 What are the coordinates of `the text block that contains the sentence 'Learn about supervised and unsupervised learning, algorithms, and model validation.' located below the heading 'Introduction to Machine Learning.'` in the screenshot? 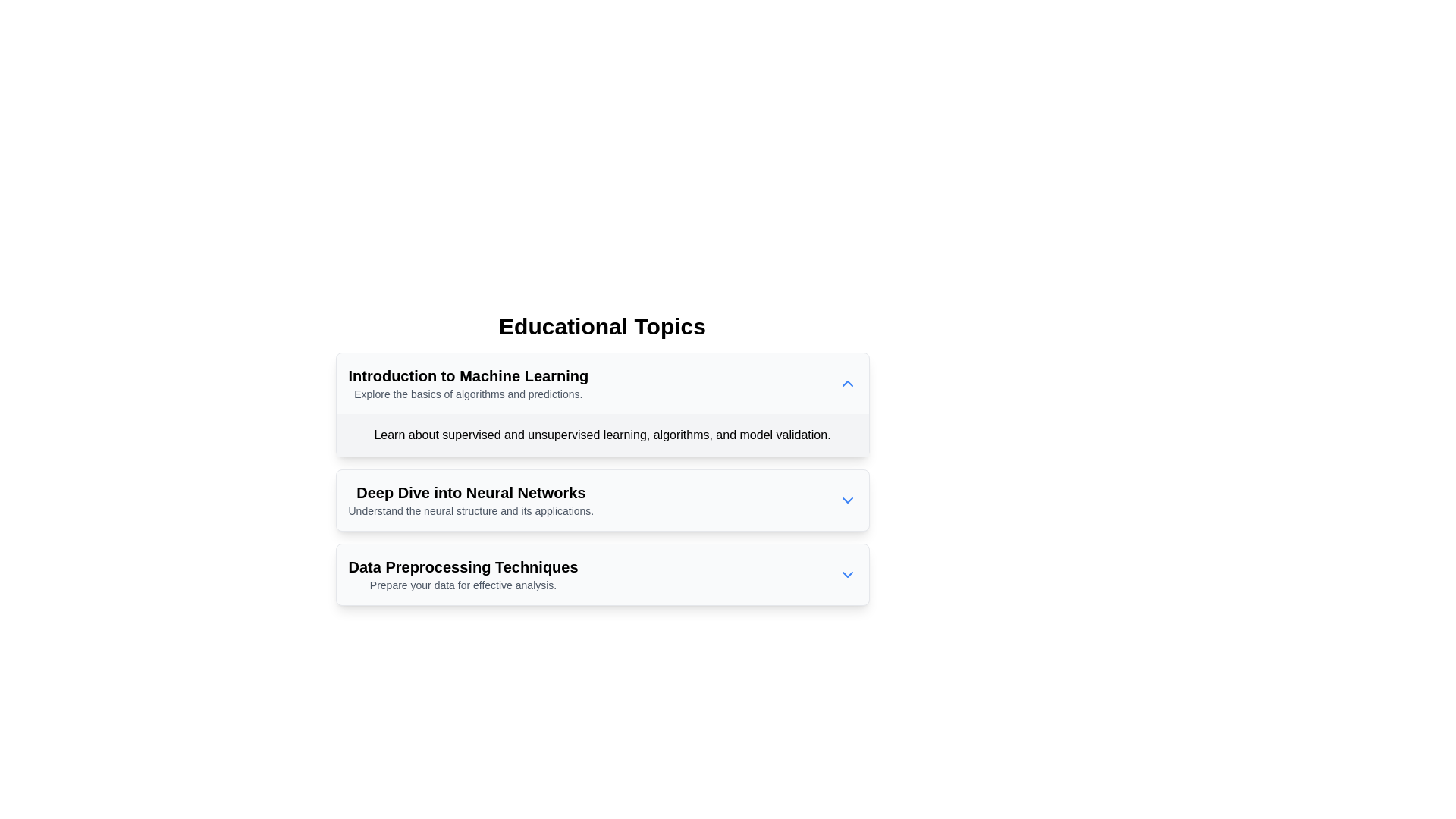 It's located at (601, 435).